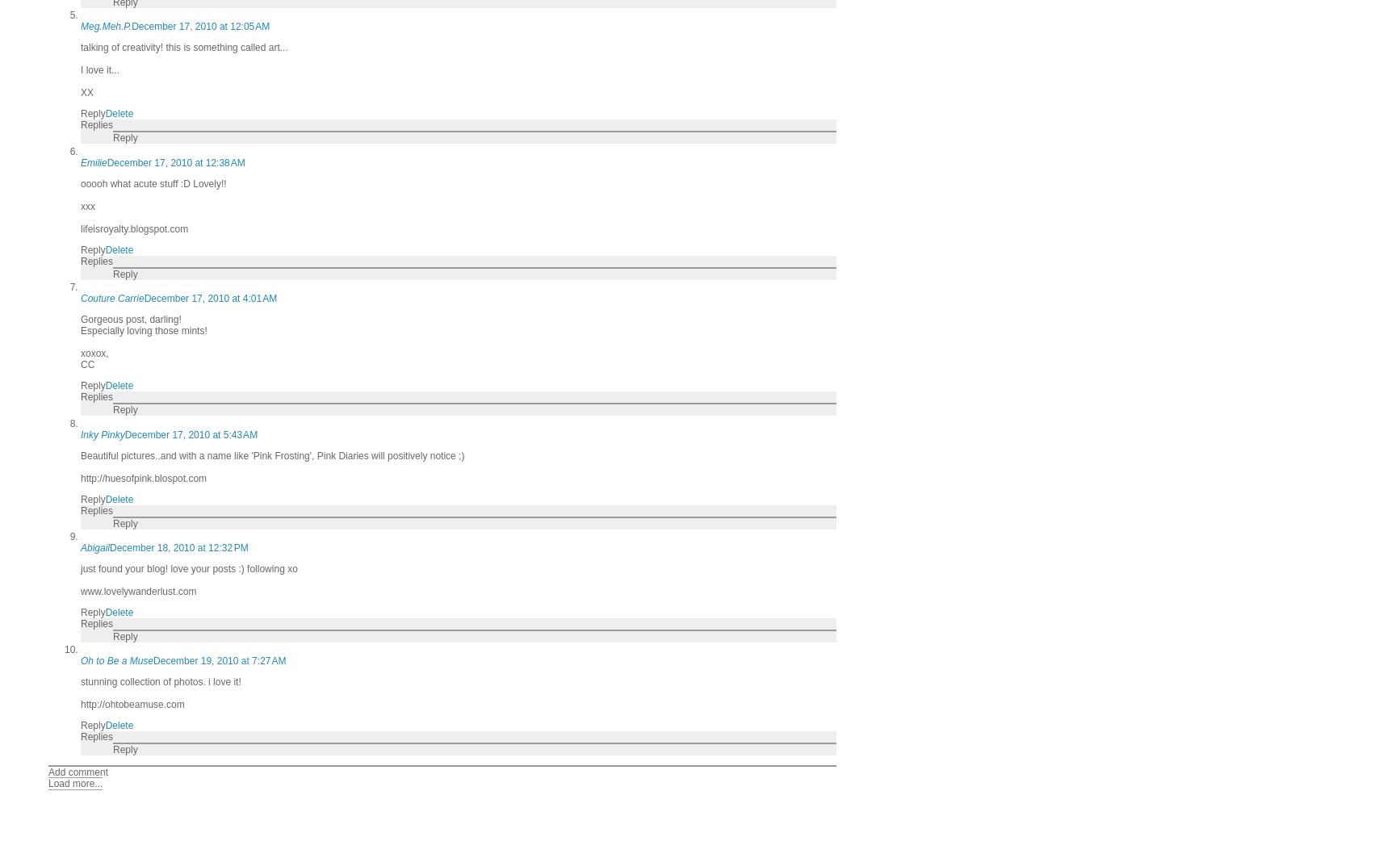 The image size is (1400, 858). I want to click on 'just found your blog! love your posts :) following xo', so click(188, 567).